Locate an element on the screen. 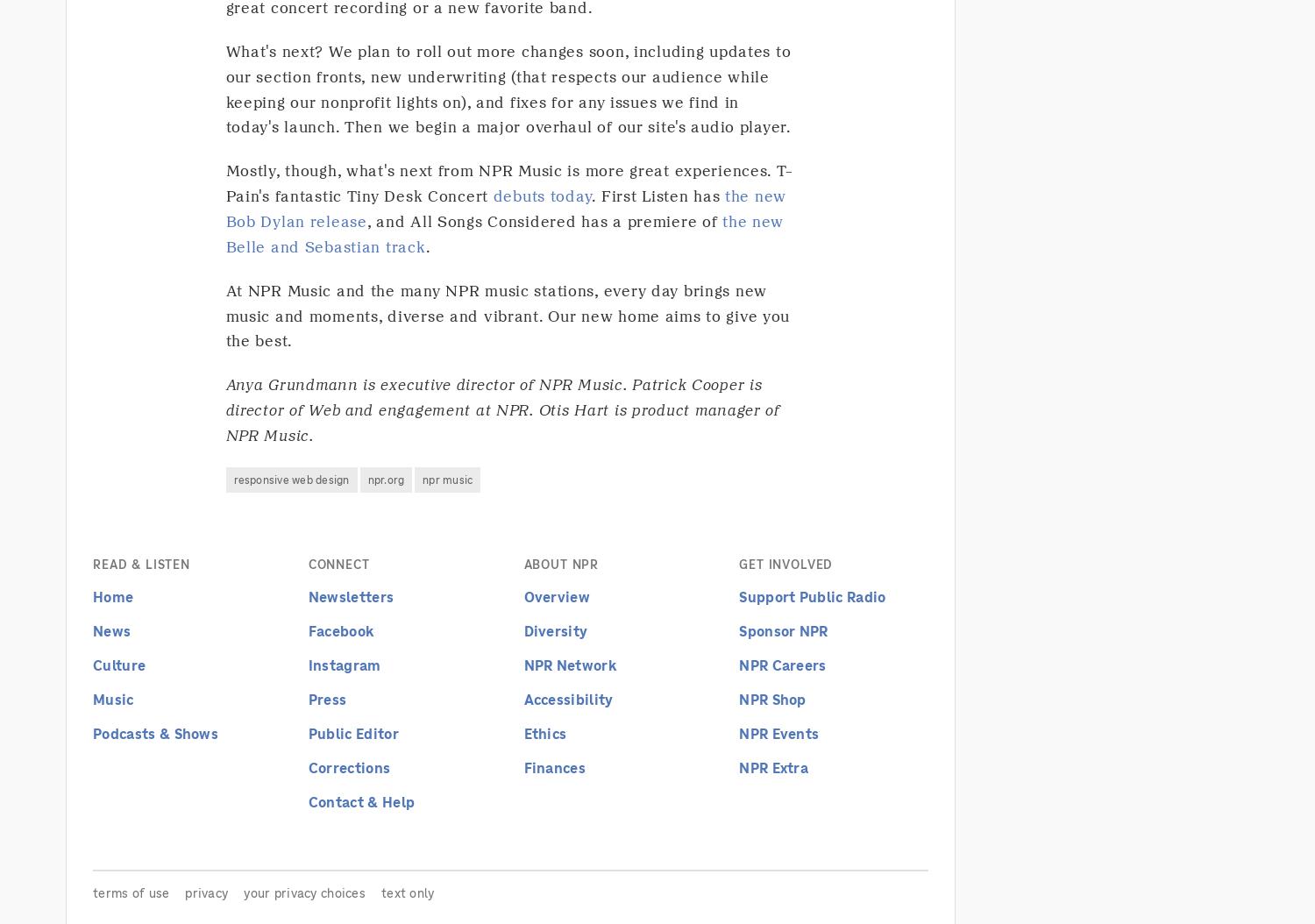 The width and height of the screenshot is (1315, 924). '.' is located at coordinates (426, 245).